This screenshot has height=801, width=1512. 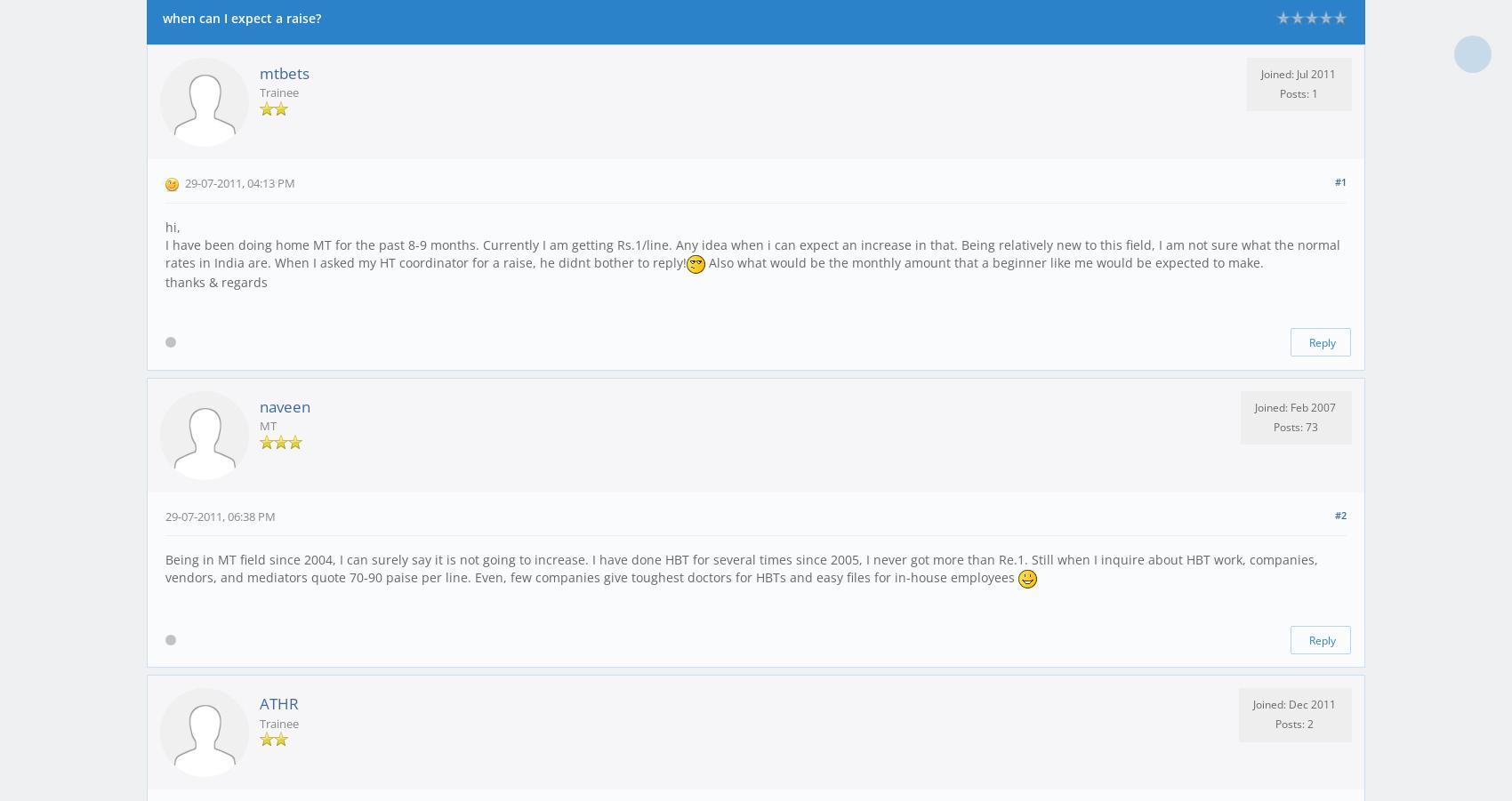 I want to click on '#2', so click(x=1340, y=513).